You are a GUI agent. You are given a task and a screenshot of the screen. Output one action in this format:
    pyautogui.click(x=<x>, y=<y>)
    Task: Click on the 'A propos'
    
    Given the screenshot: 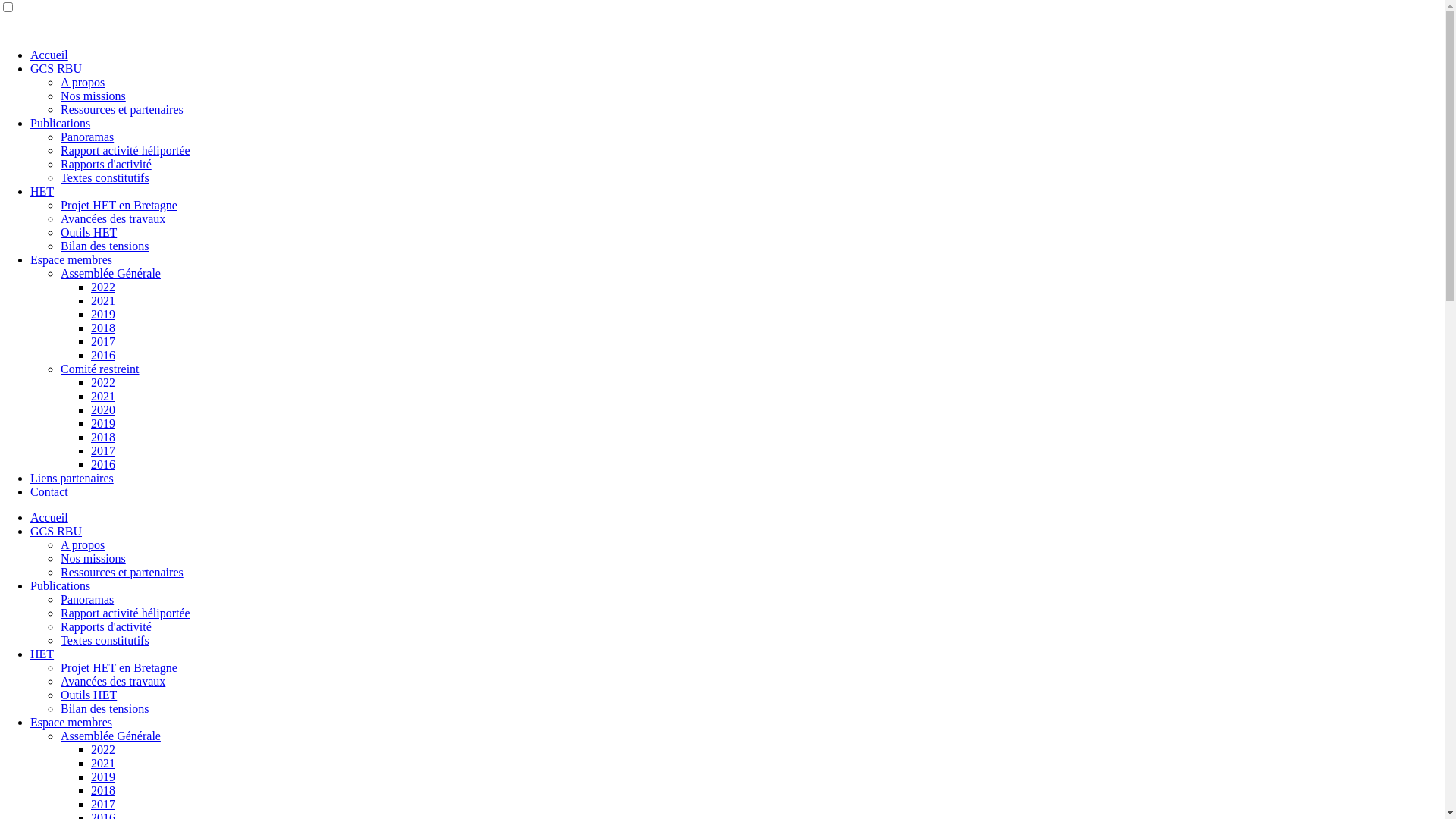 What is the action you would take?
    pyautogui.click(x=61, y=82)
    